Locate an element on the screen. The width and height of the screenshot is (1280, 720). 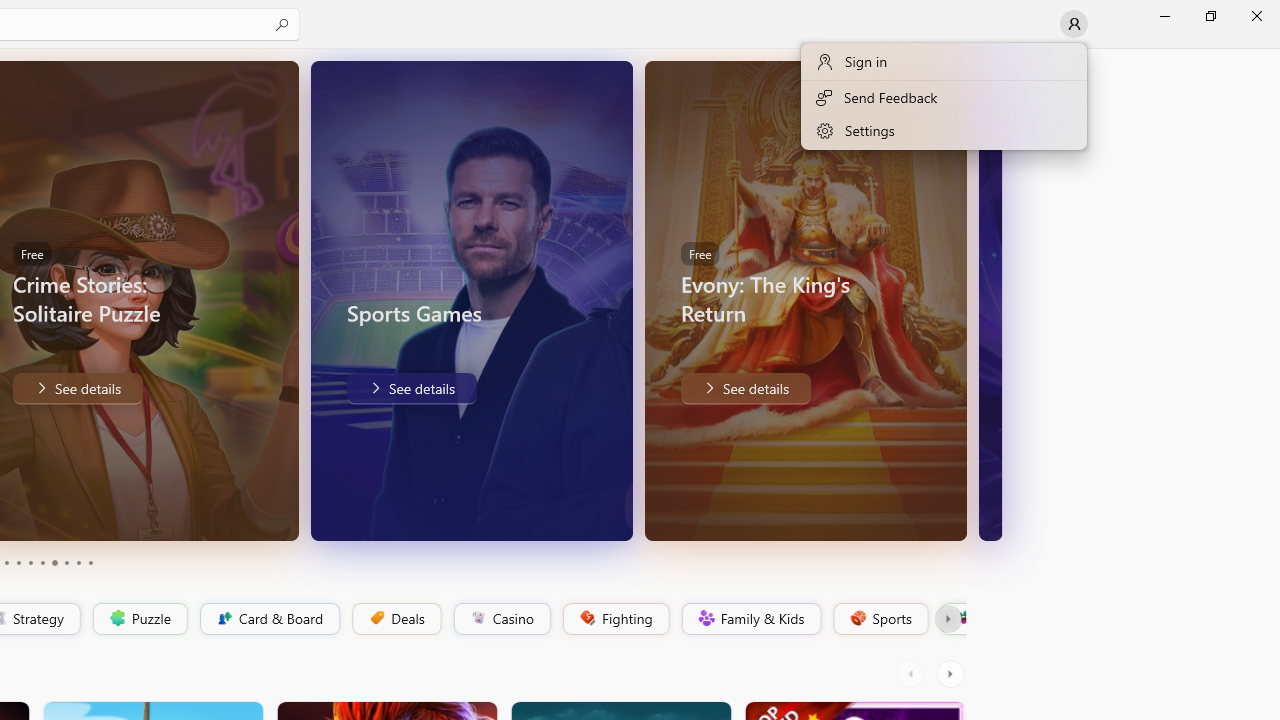
'Platformer' is located at coordinates (951, 618).